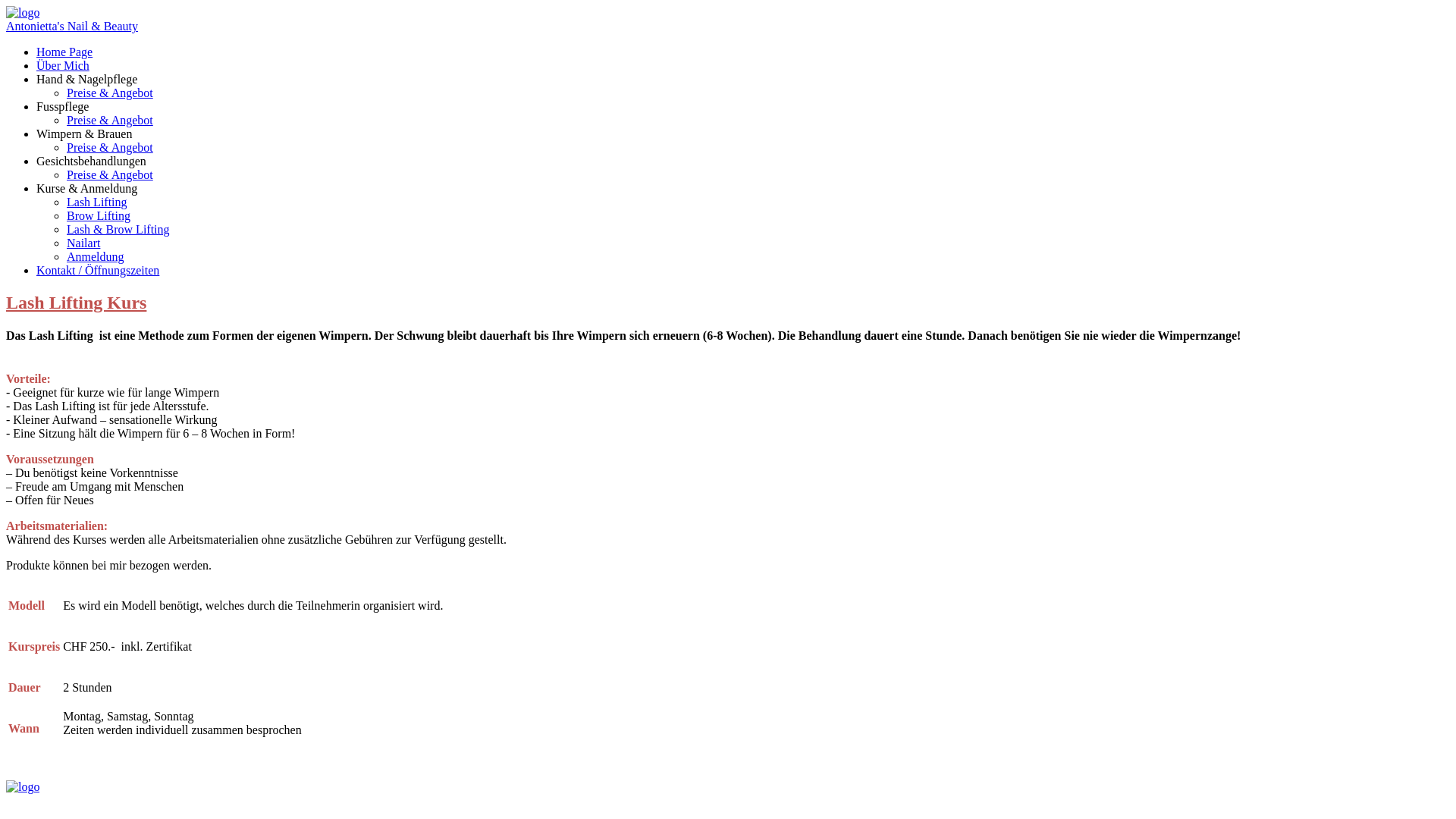 The width and height of the screenshot is (1456, 819). What do you see at coordinates (118, 229) in the screenshot?
I see `'Lash & Brow Lifting'` at bounding box center [118, 229].